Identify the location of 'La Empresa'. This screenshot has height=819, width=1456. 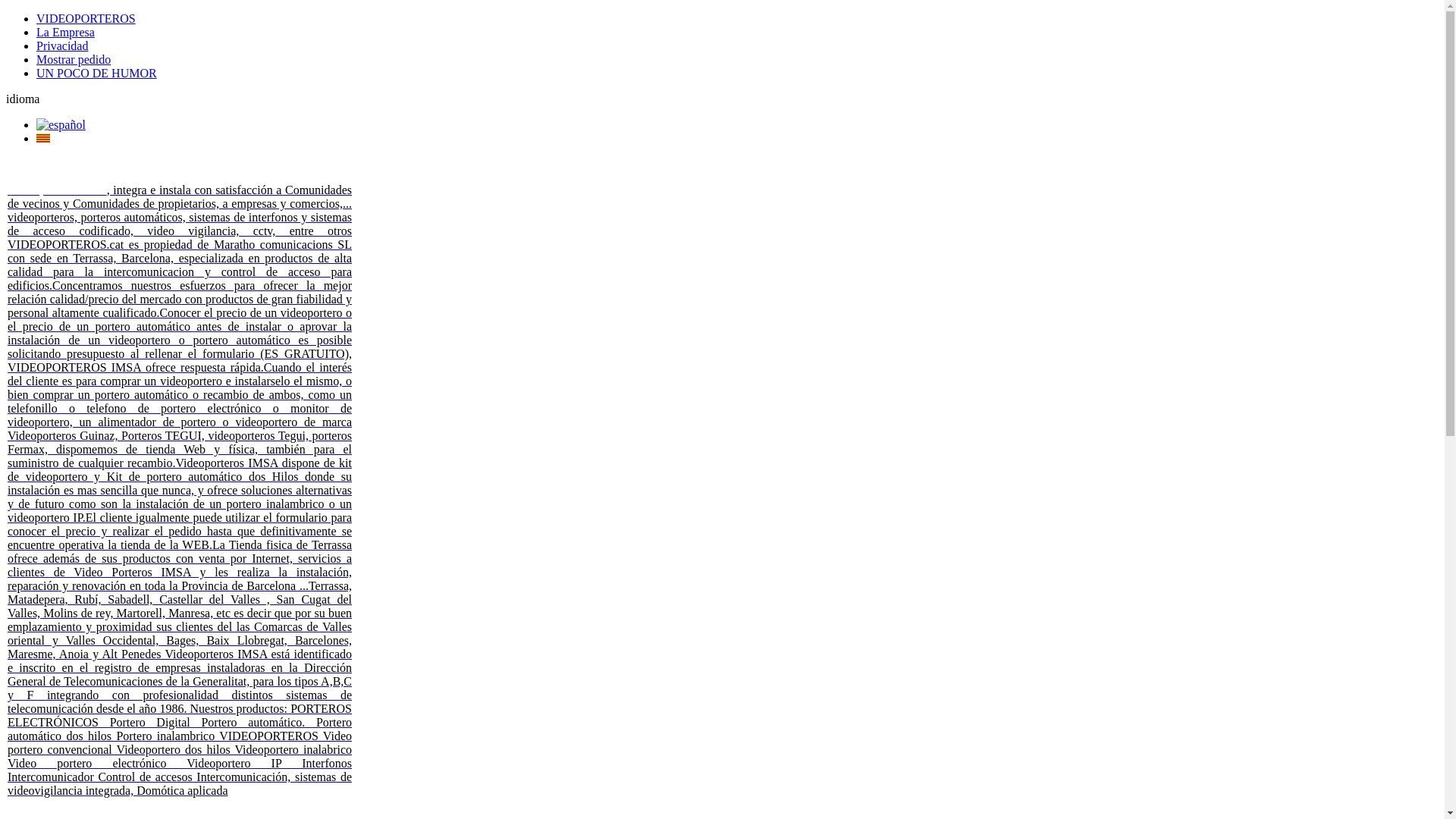
(64, 32).